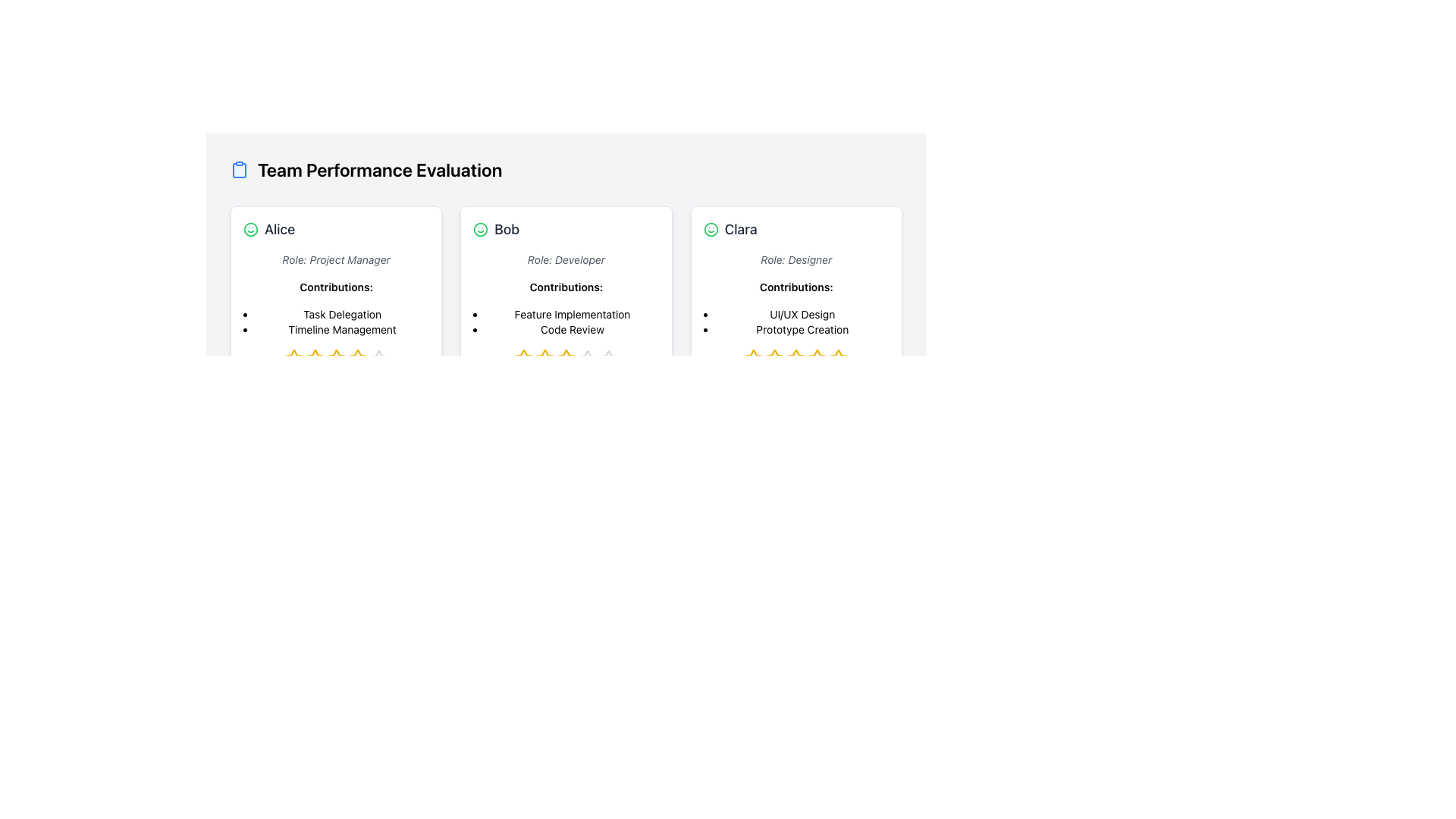 This screenshot has height=819, width=1456. Describe the element at coordinates (293, 358) in the screenshot. I see `the star icon in the rating component for 'Alice' in the 'Team Performance Evaluation' section to rate it` at that location.